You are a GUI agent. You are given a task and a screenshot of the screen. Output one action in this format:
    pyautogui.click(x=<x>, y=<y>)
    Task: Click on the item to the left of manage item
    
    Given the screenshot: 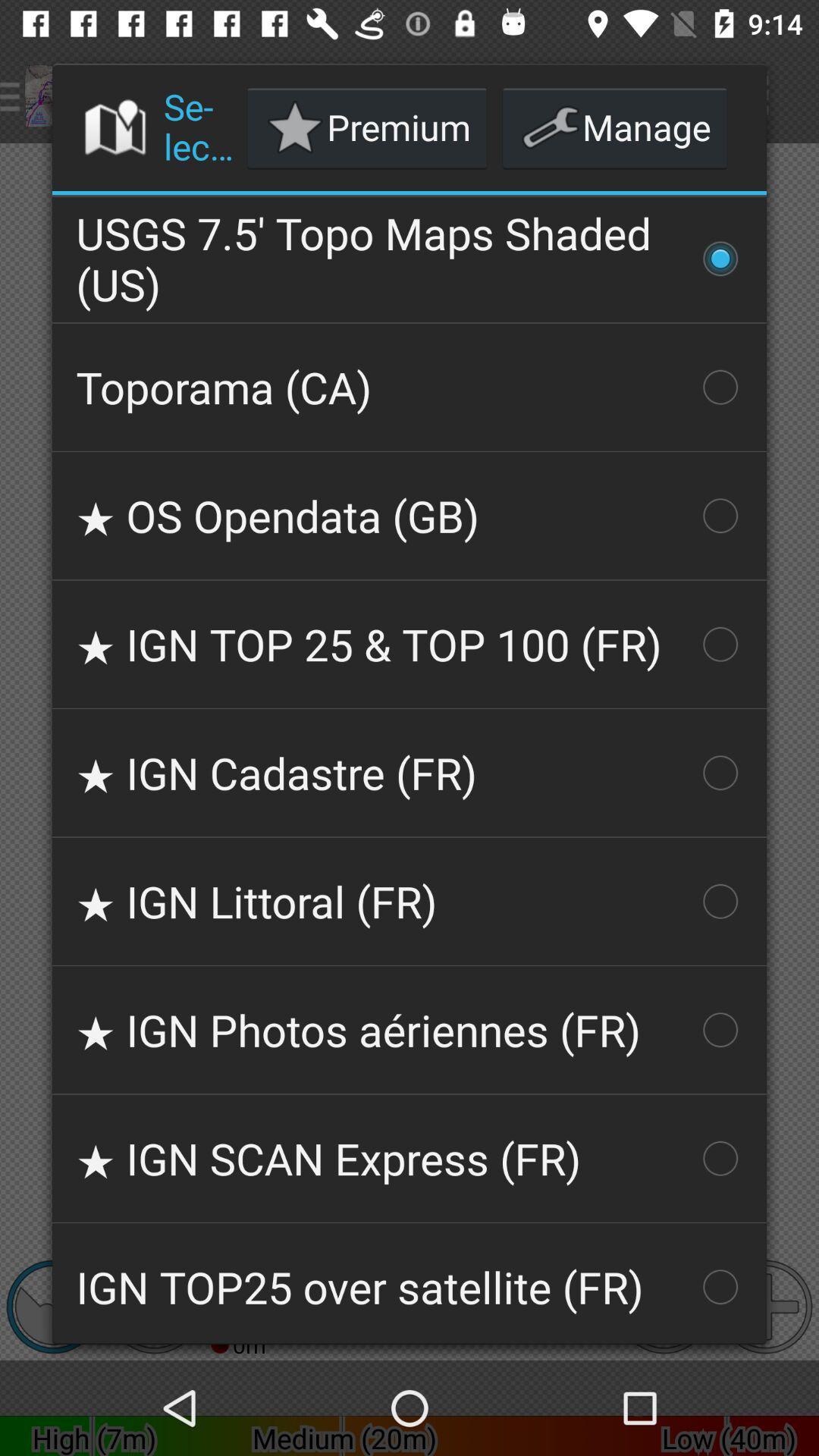 What is the action you would take?
    pyautogui.click(x=367, y=127)
    